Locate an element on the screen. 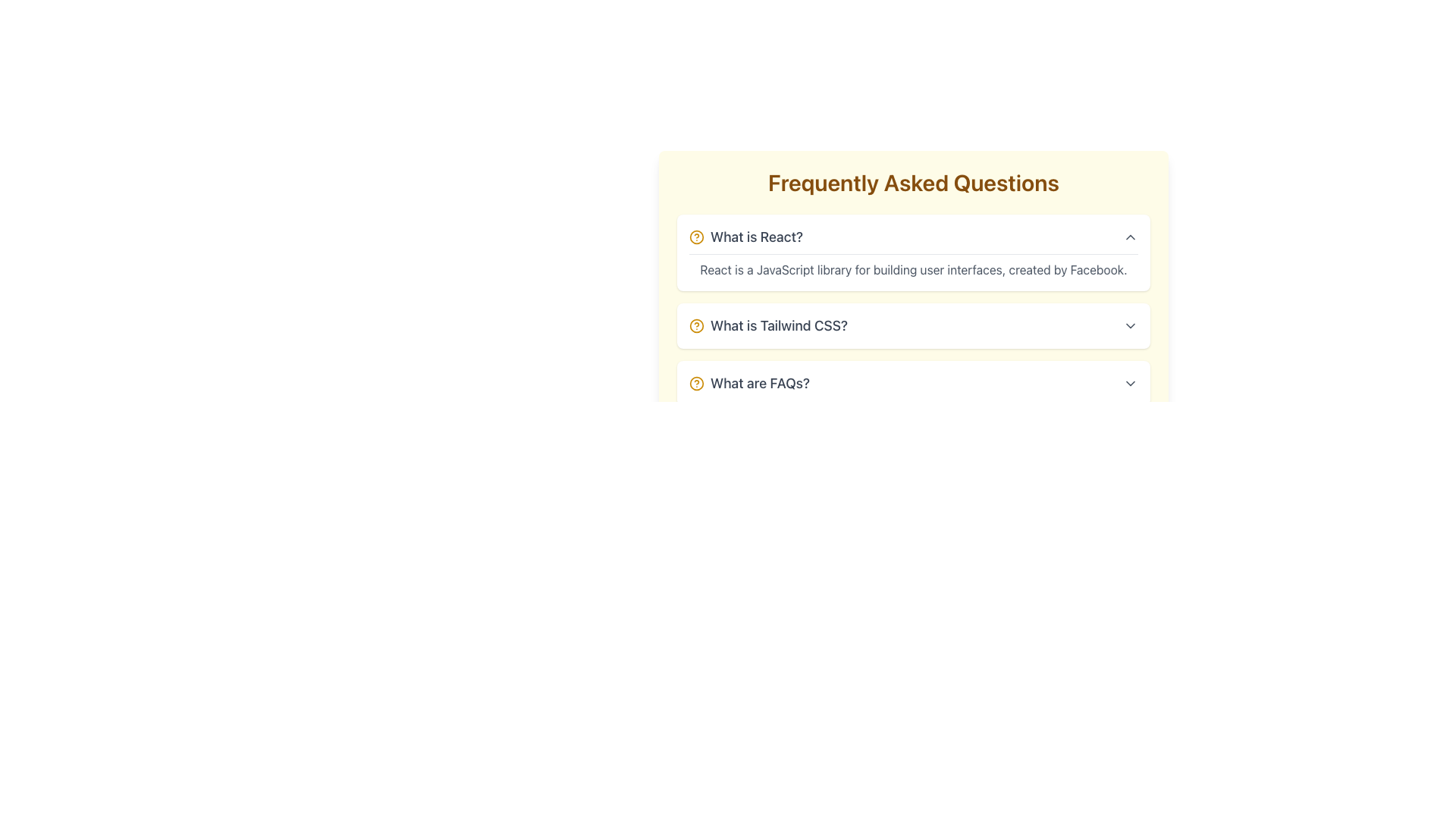 This screenshot has height=819, width=1456. the central circle element of the help indicator icon, which has a diameter defined by a radius of 10 units and is visually uniform is located at coordinates (695, 325).